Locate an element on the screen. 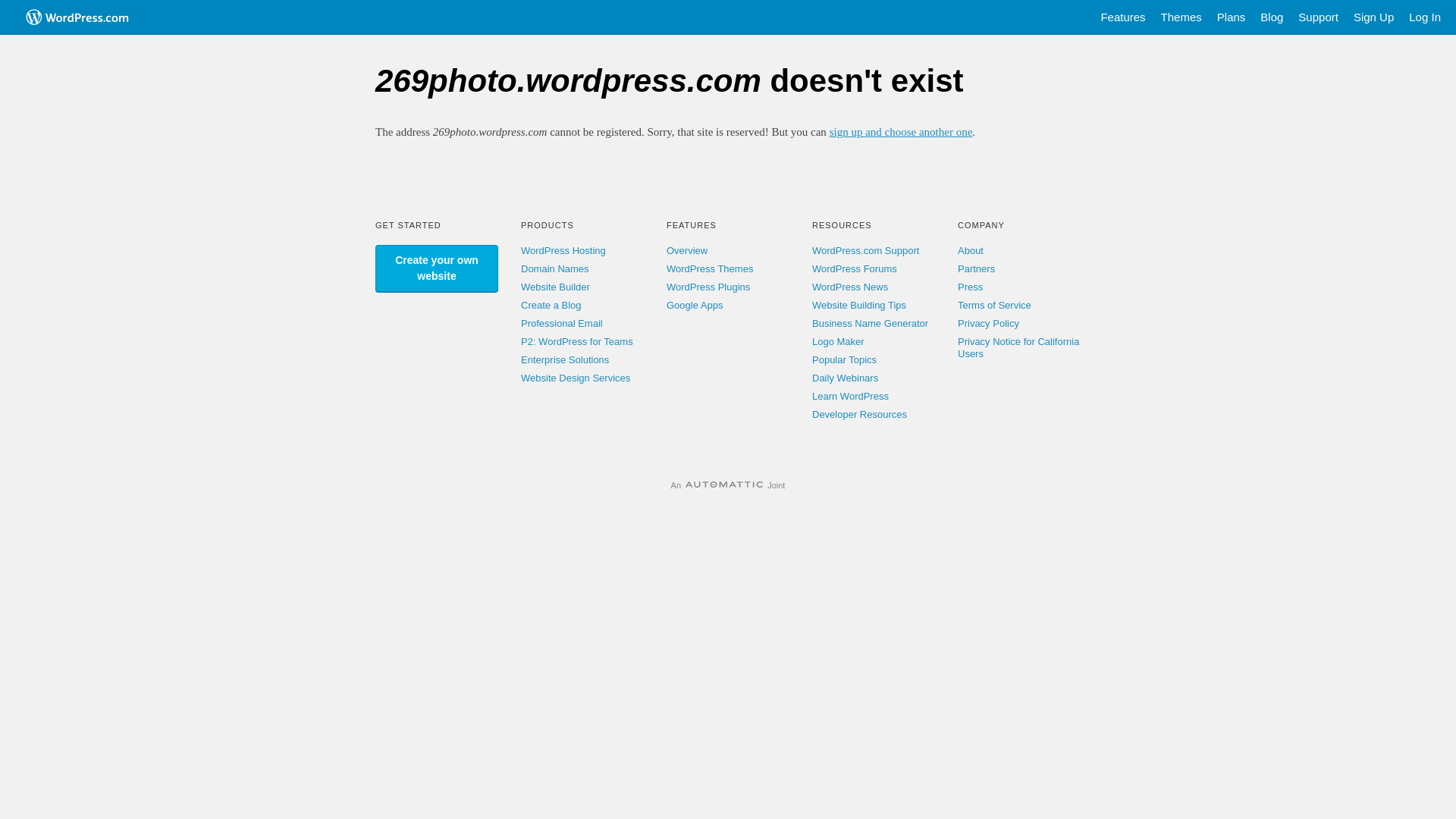 The image size is (1456, 819). 'Press' is located at coordinates (956, 287).